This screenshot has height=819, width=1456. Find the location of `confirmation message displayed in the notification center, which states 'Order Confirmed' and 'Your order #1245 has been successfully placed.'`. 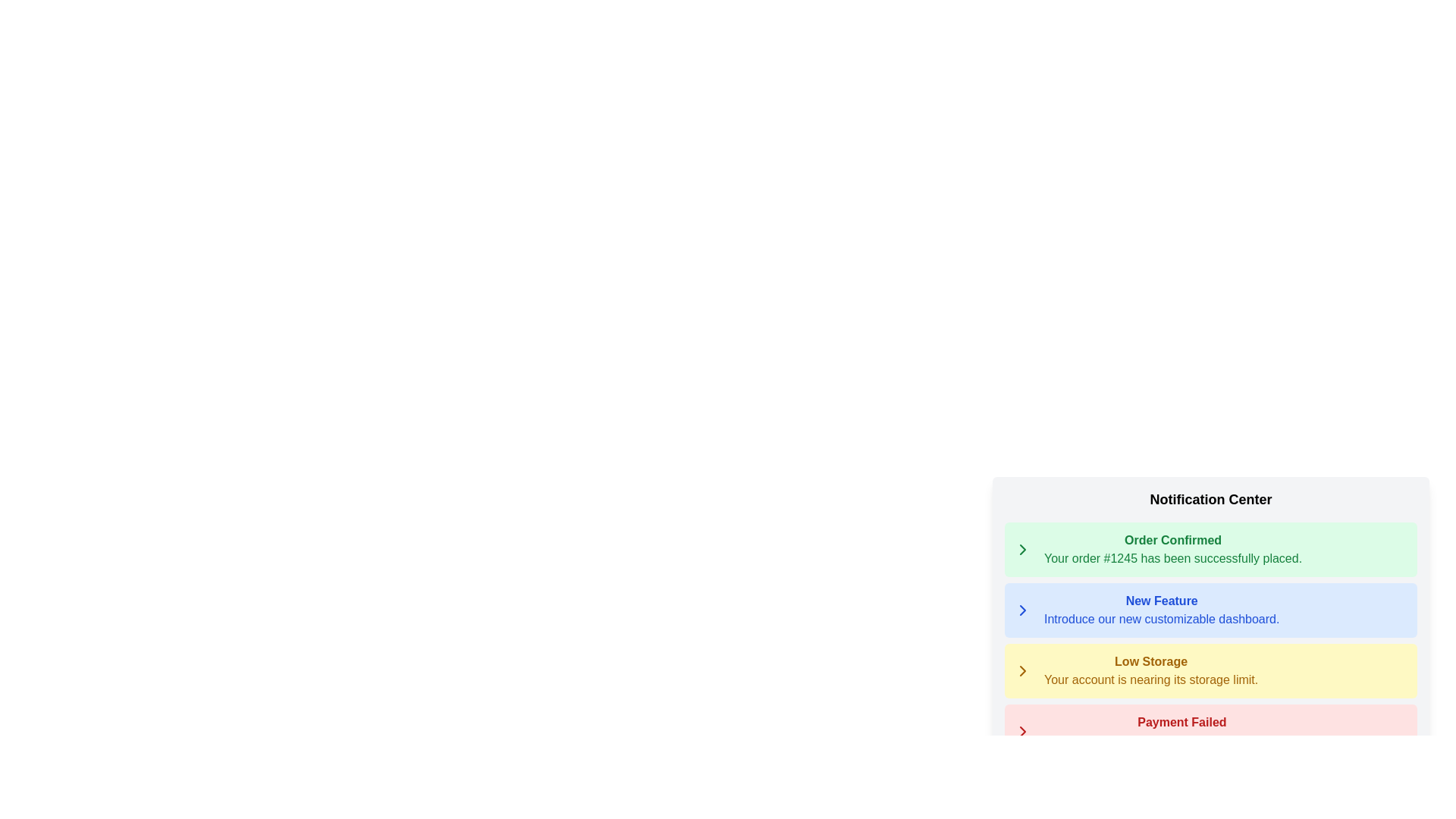

confirmation message displayed in the notification center, which states 'Order Confirmed' and 'Your order #1245 has been successfully placed.' is located at coordinates (1172, 550).